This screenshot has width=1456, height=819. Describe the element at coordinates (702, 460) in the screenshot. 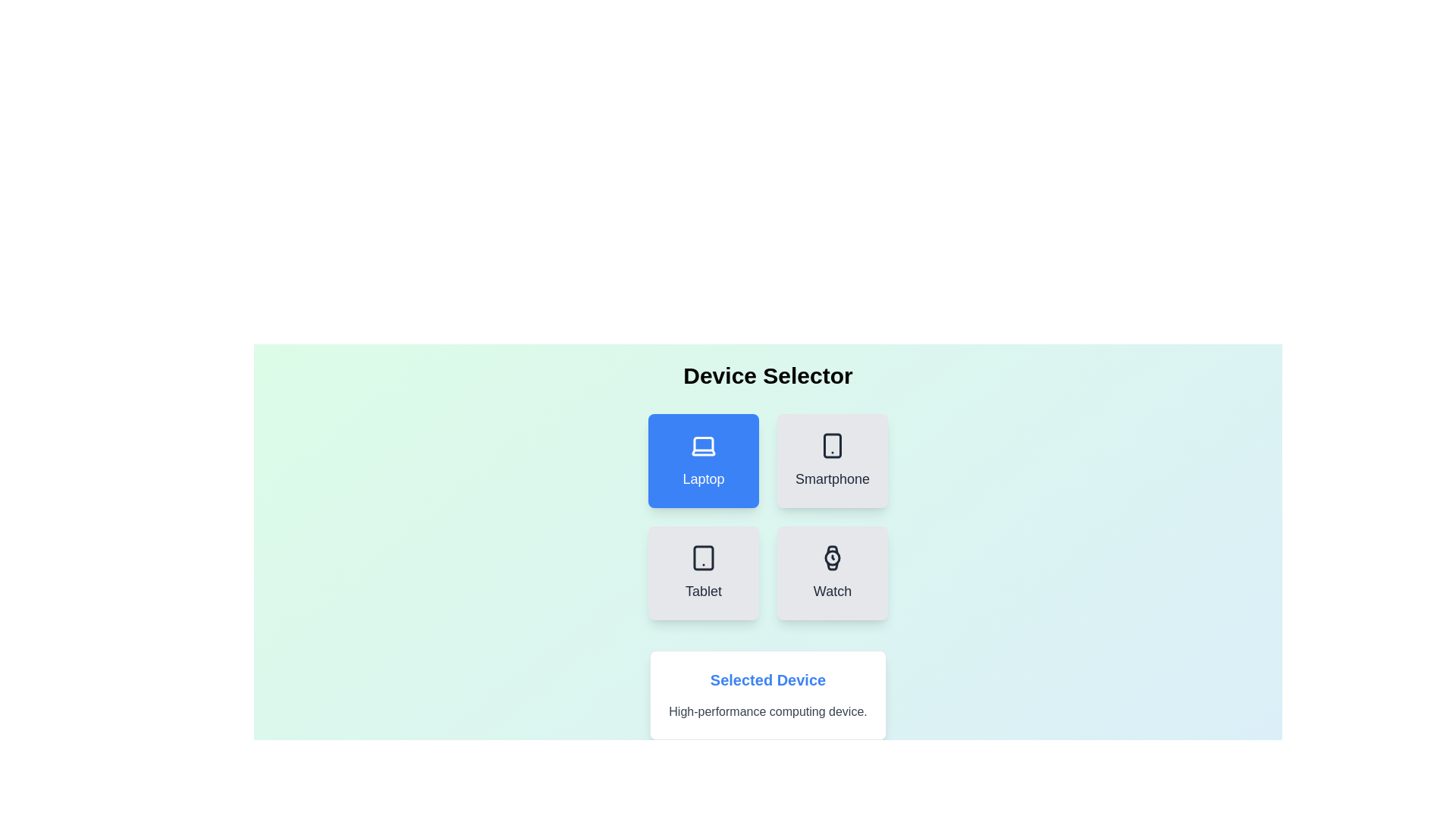

I see `the Laptop button to select the corresponding device` at that location.